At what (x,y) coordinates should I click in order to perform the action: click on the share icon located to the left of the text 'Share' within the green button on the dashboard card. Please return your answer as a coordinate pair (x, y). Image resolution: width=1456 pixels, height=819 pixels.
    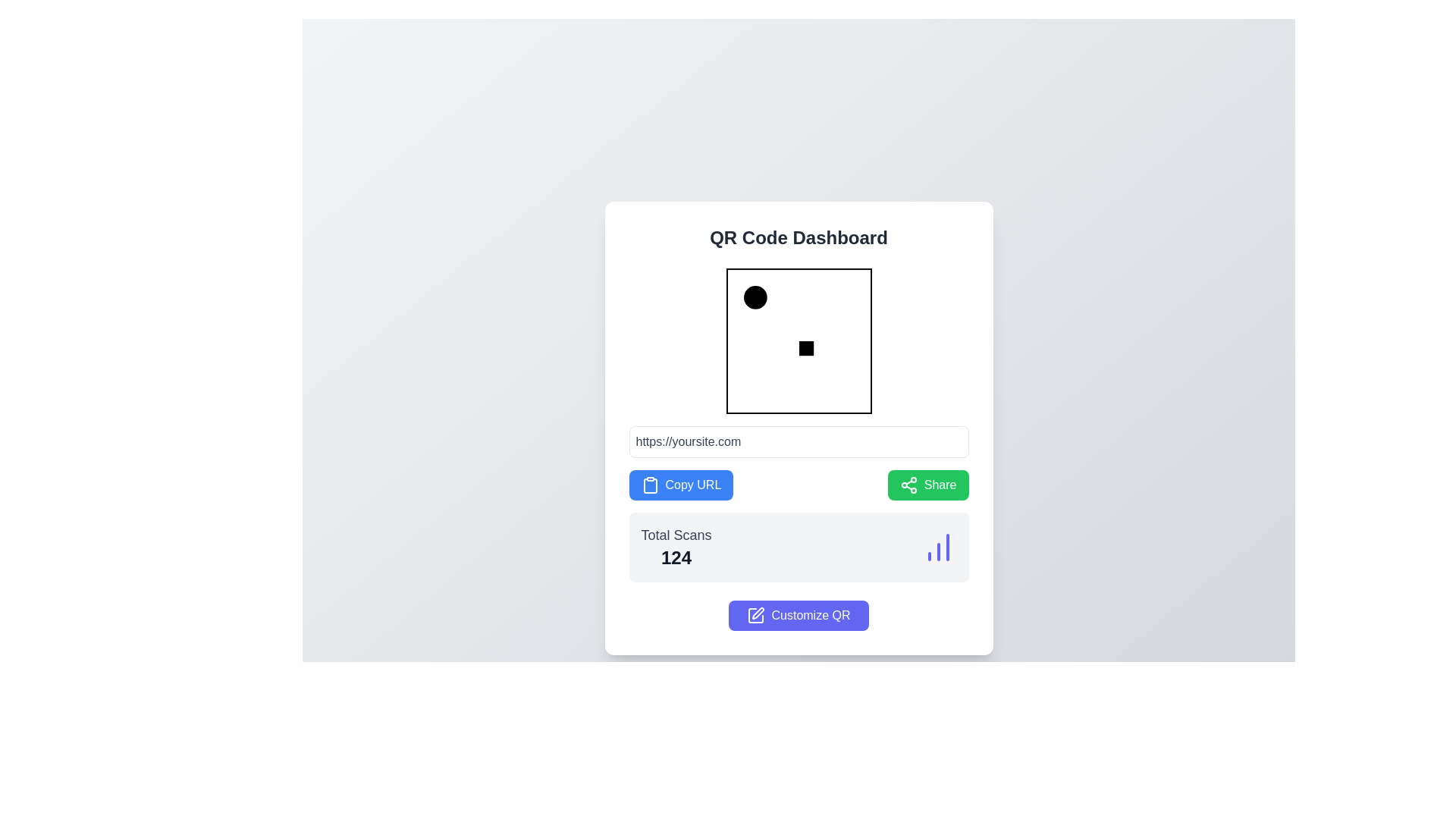
    Looking at the image, I should click on (908, 485).